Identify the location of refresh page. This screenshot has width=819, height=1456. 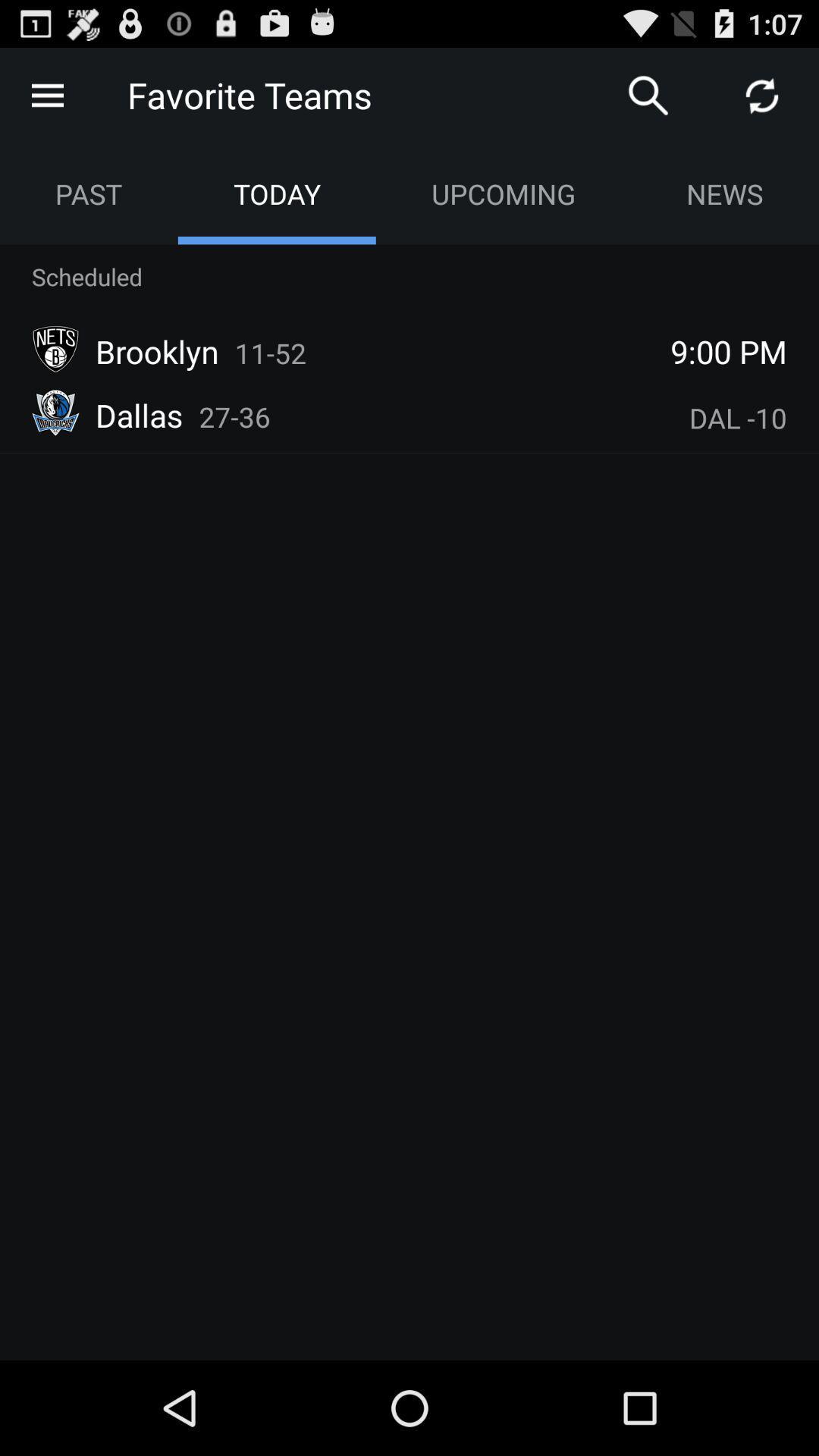
(762, 94).